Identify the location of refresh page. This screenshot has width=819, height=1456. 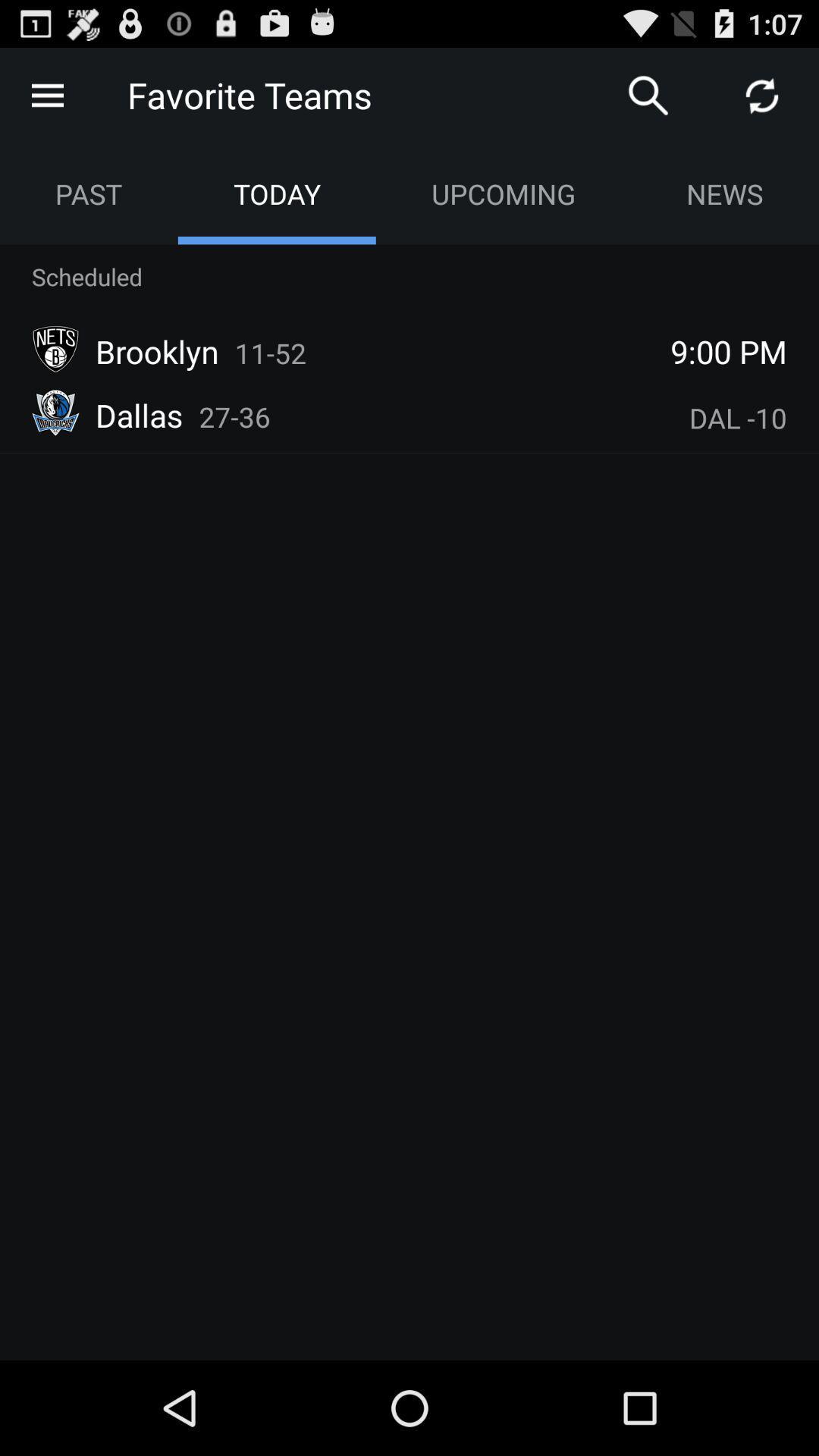
(762, 94).